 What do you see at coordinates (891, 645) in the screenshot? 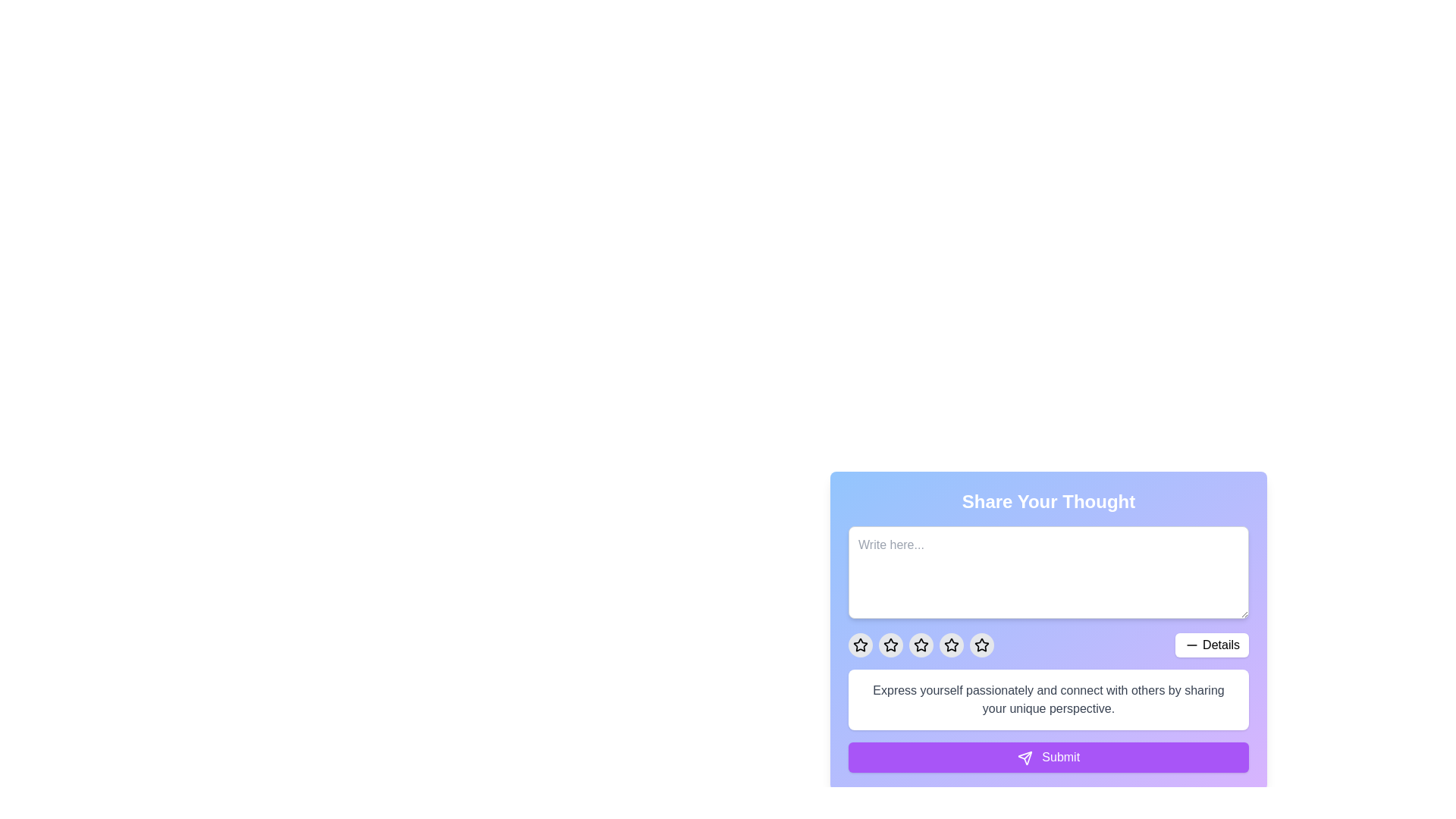
I see `the first star icon in the series of five rating stars, positioned below the 'Share Your Thought' input box and above the text field` at bounding box center [891, 645].